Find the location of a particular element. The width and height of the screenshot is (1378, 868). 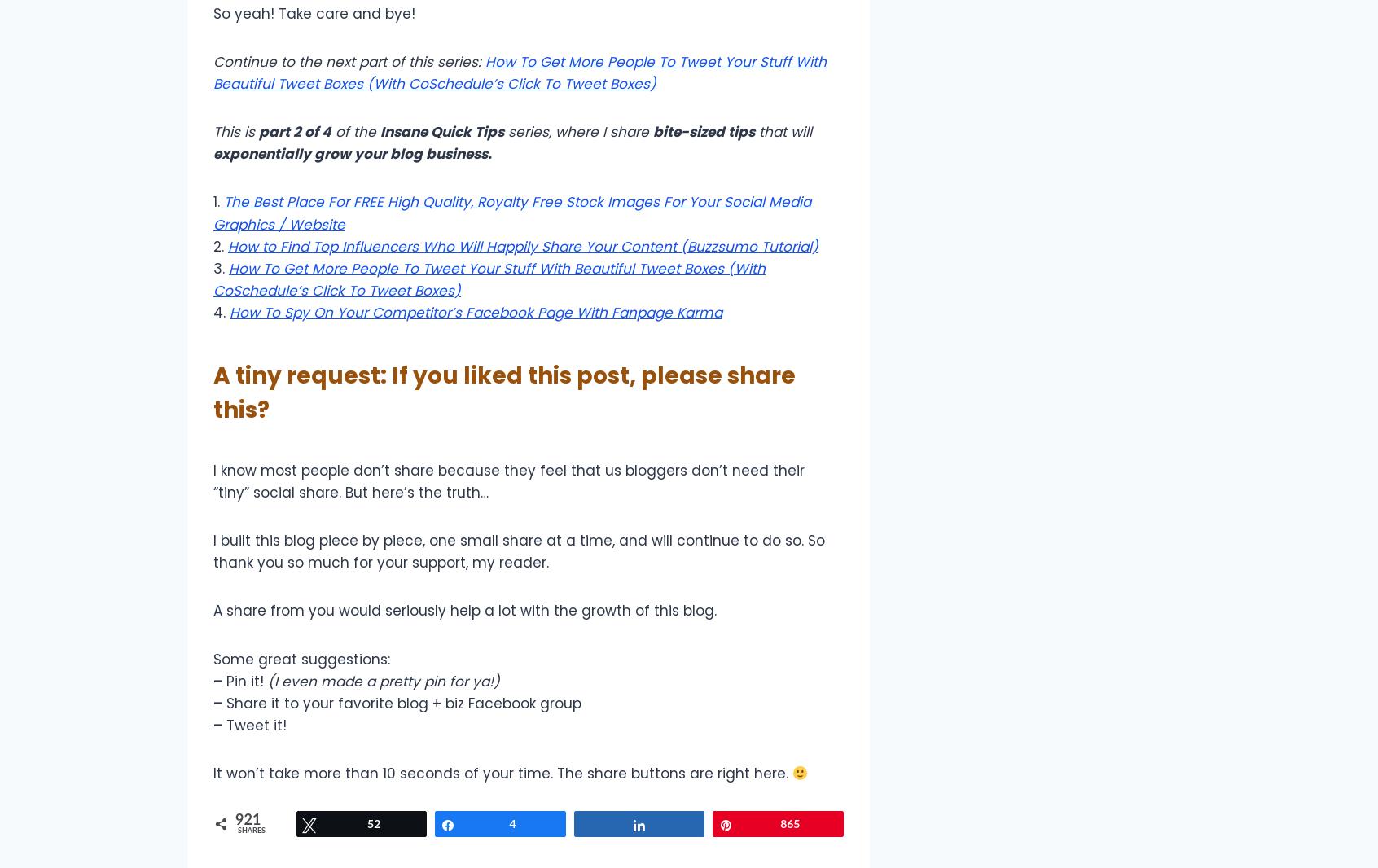

'that will' is located at coordinates (783, 131).